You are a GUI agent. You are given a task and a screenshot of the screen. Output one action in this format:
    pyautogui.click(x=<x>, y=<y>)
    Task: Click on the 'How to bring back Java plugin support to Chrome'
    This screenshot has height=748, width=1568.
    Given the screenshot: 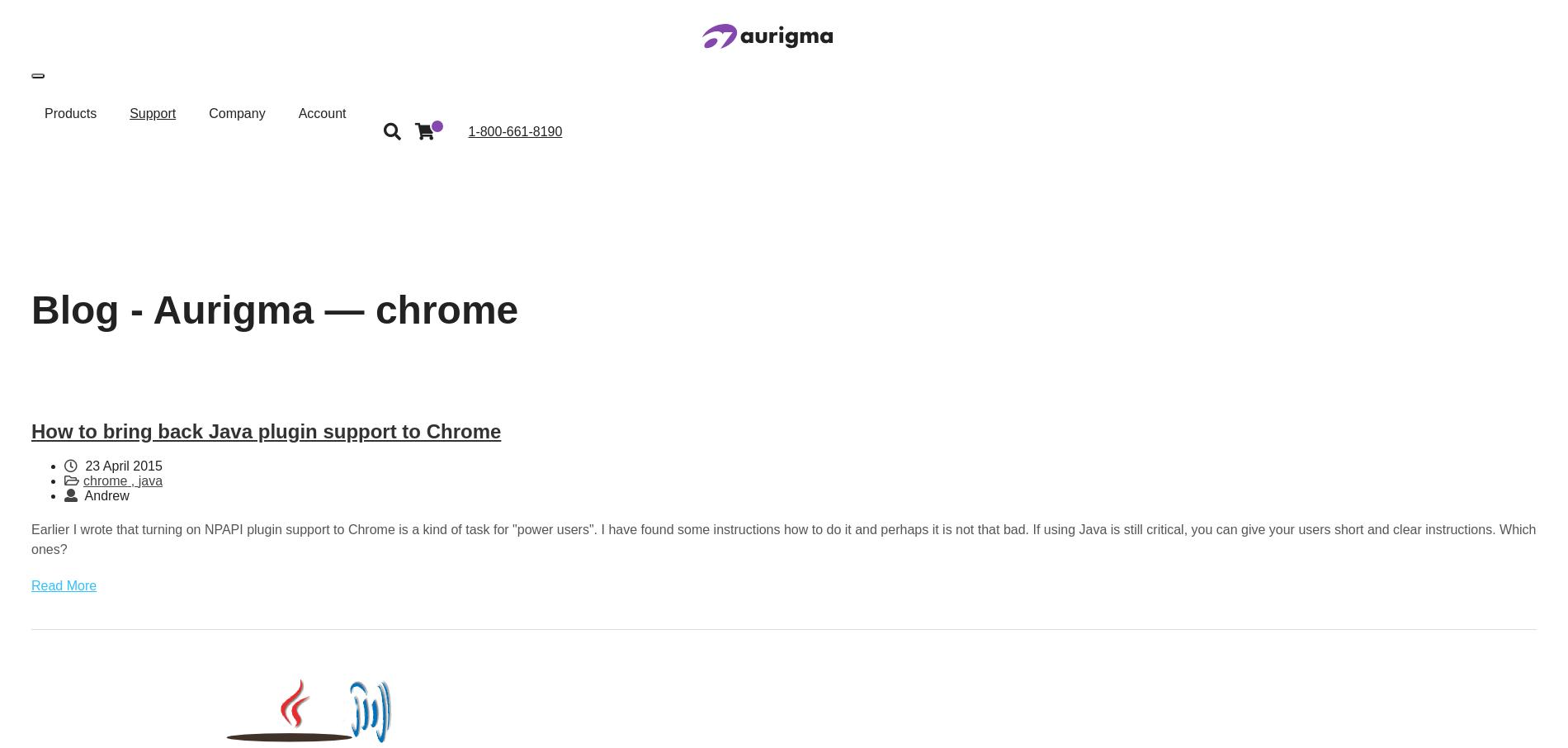 What is the action you would take?
    pyautogui.click(x=265, y=431)
    